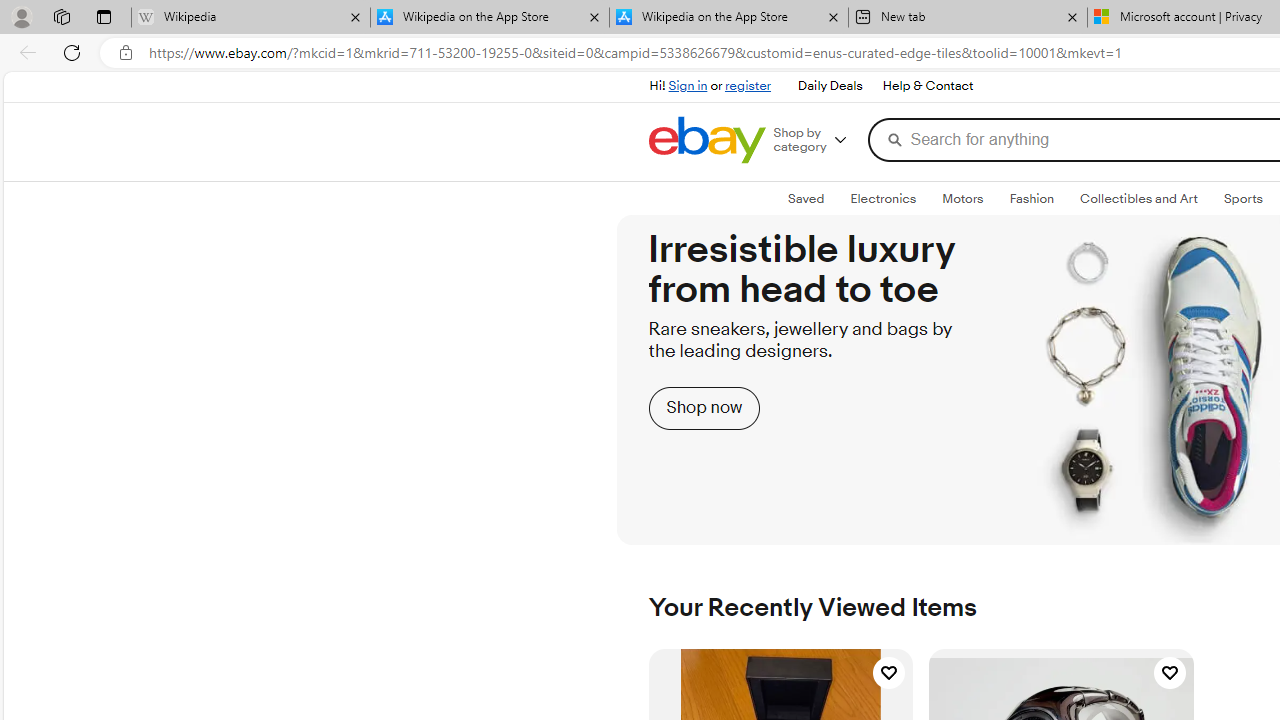  I want to click on 'FashionExpand: Fashion', so click(1031, 199).